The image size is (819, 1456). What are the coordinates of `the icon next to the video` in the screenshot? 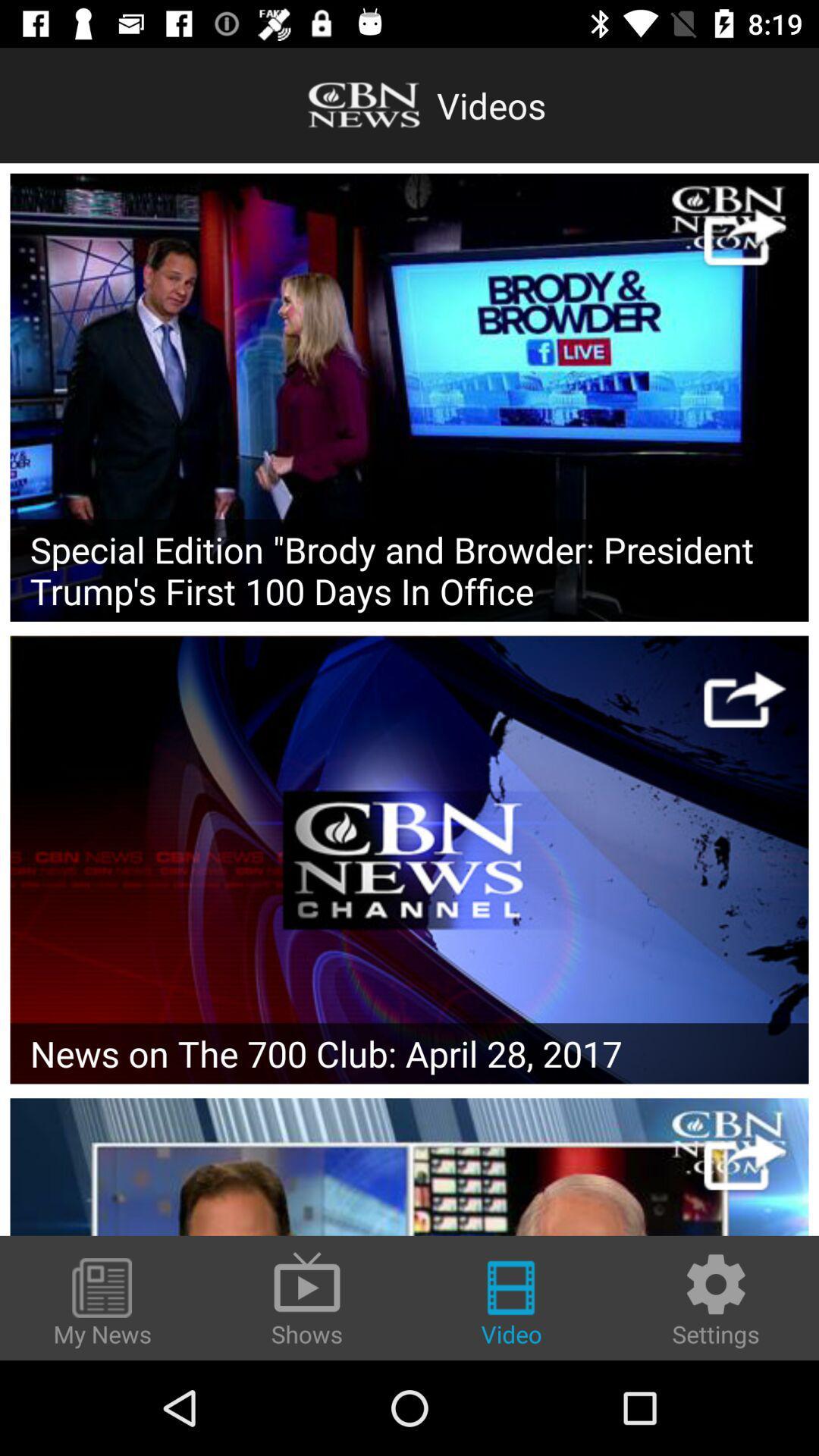 It's located at (716, 1298).